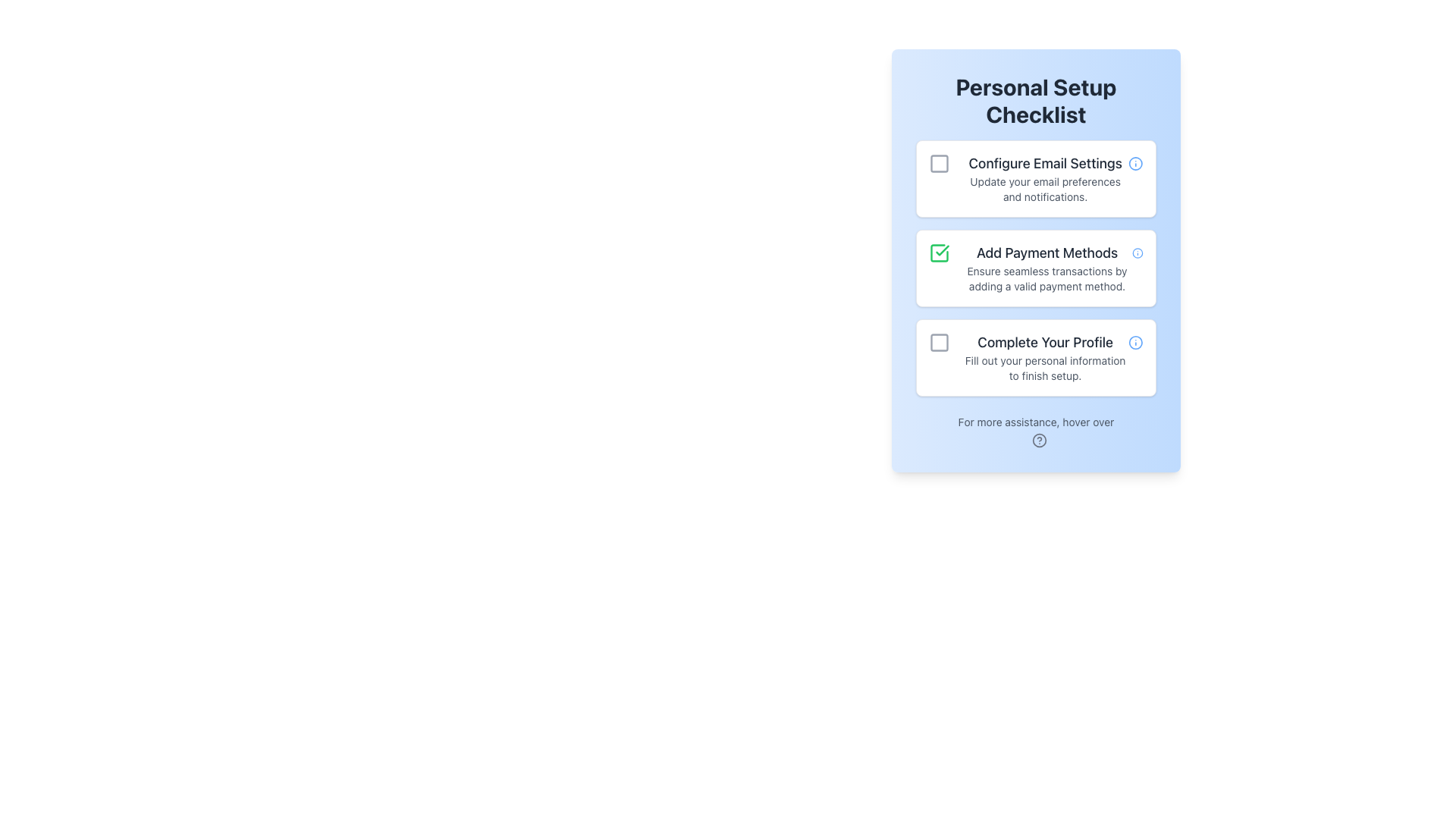  Describe the element at coordinates (938, 253) in the screenshot. I see `the checkmark icon that symbolizes the completion of the 'Add Payment Methods' task in the Personal Setup Checklist` at that location.